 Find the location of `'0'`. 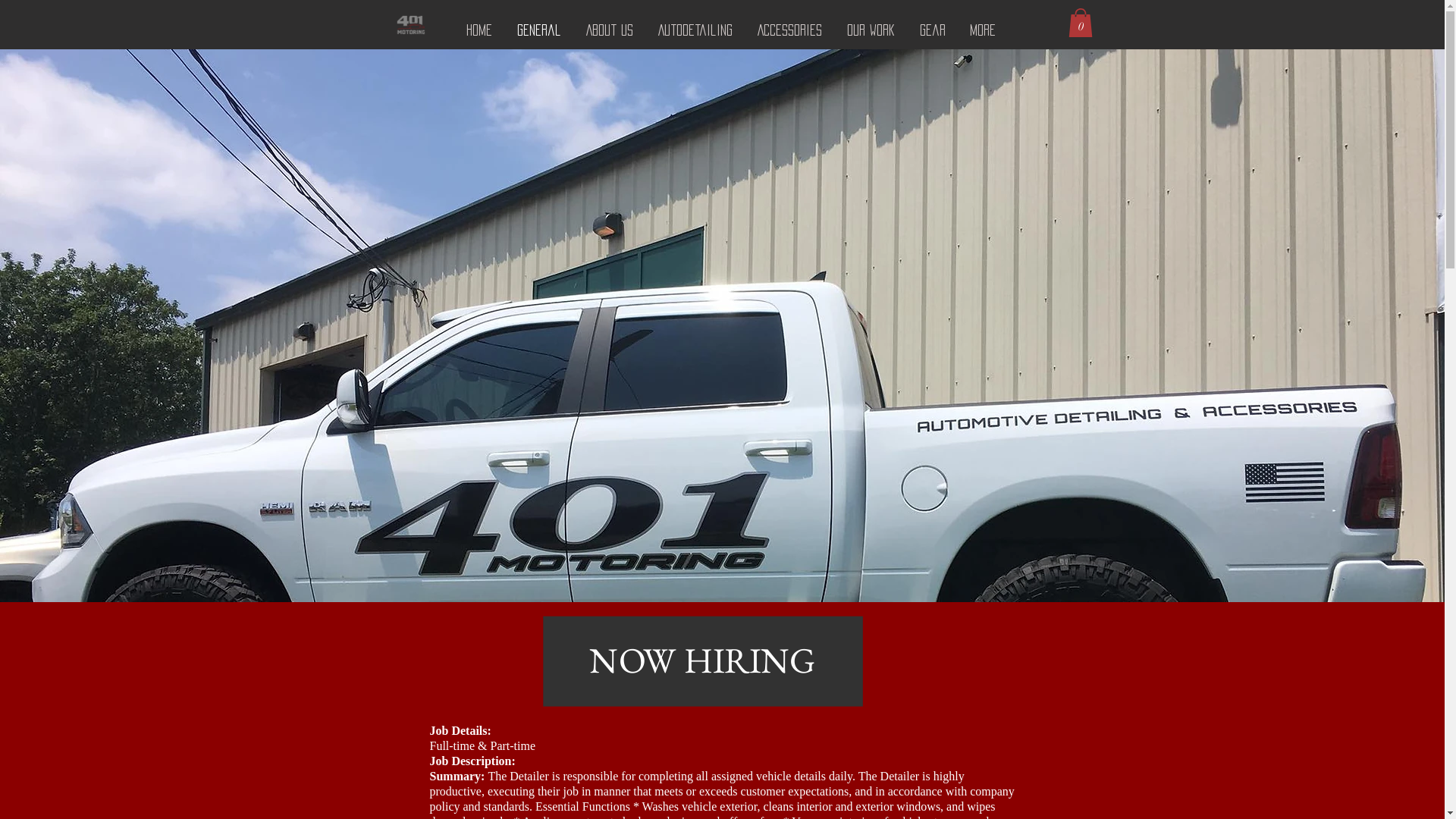

'0' is located at coordinates (1066, 23).